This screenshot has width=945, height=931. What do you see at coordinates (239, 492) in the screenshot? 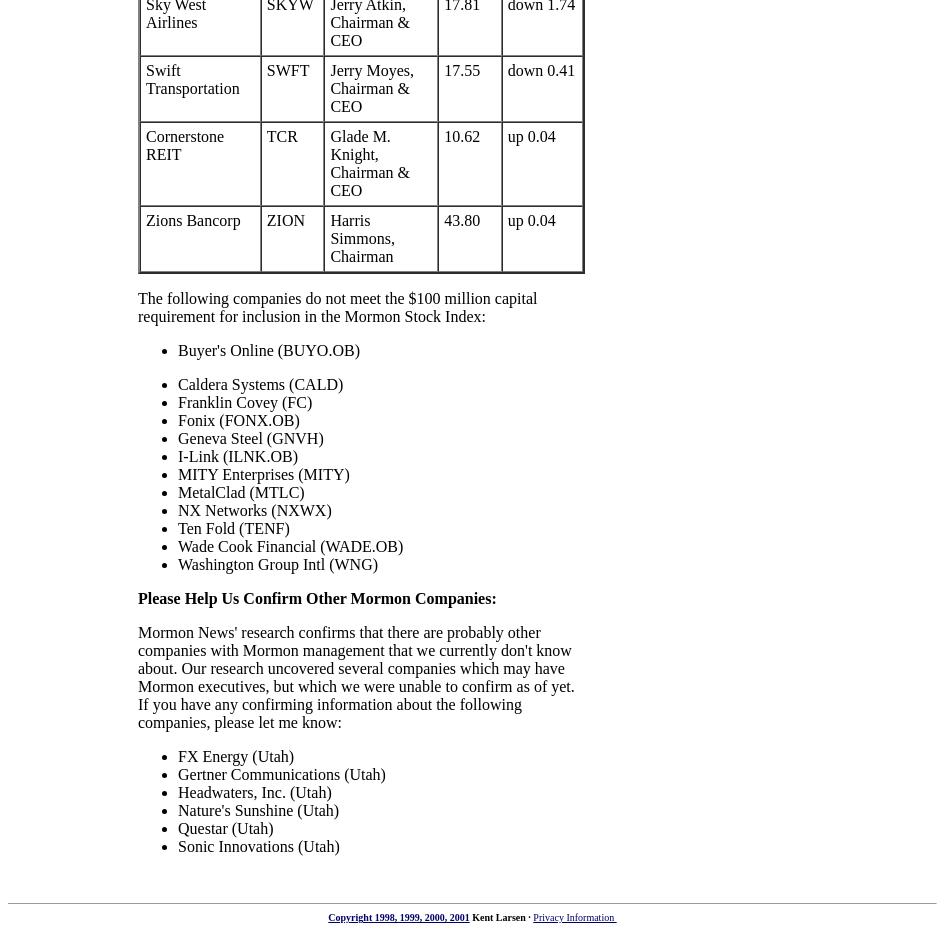
I see `'MetalClad (MTLC)'` at bounding box center [239, 492].